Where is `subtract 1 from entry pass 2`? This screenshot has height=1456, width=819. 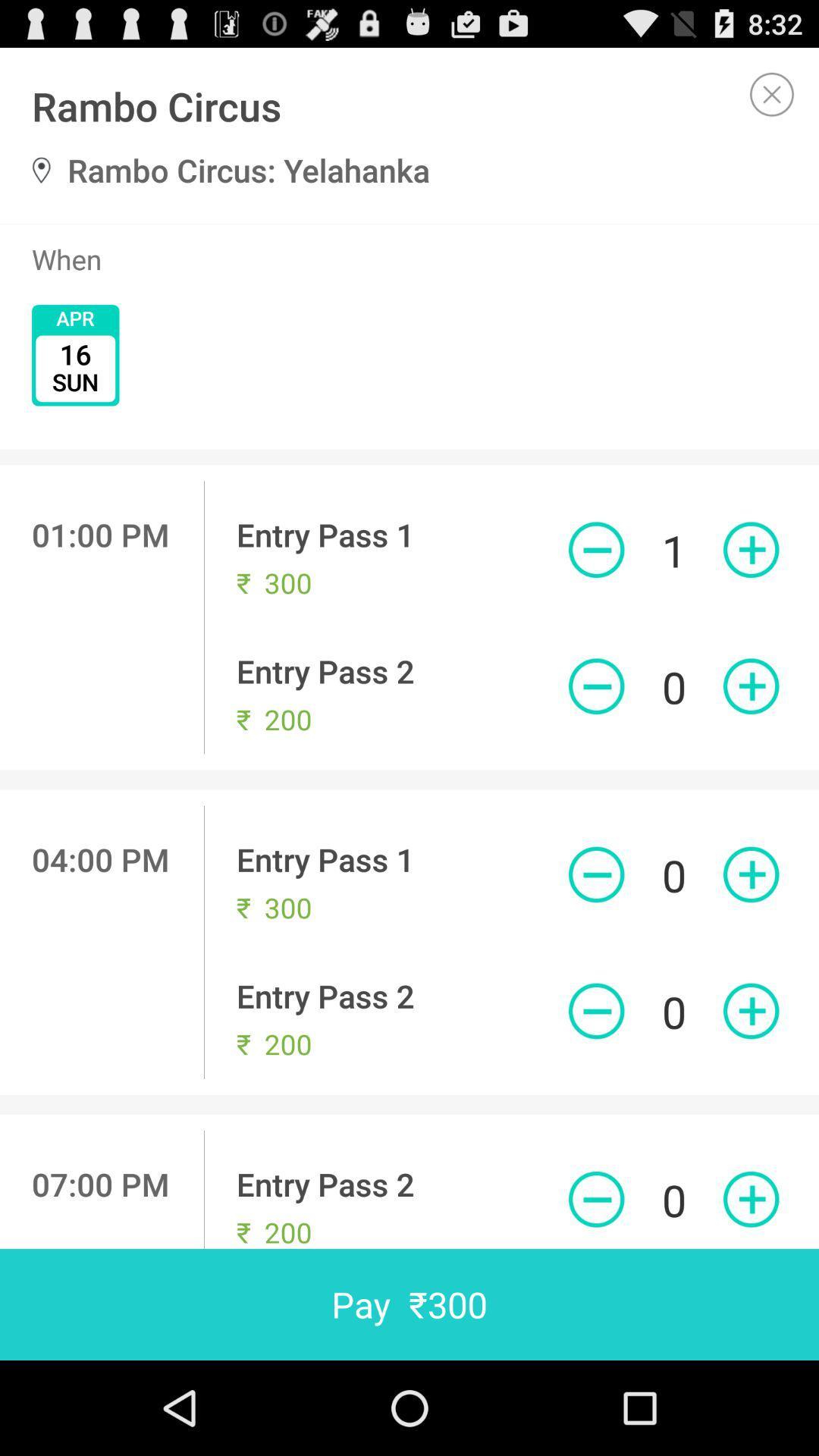
subtract 1 from entry pass 2 is located at coordinates (595, 686).